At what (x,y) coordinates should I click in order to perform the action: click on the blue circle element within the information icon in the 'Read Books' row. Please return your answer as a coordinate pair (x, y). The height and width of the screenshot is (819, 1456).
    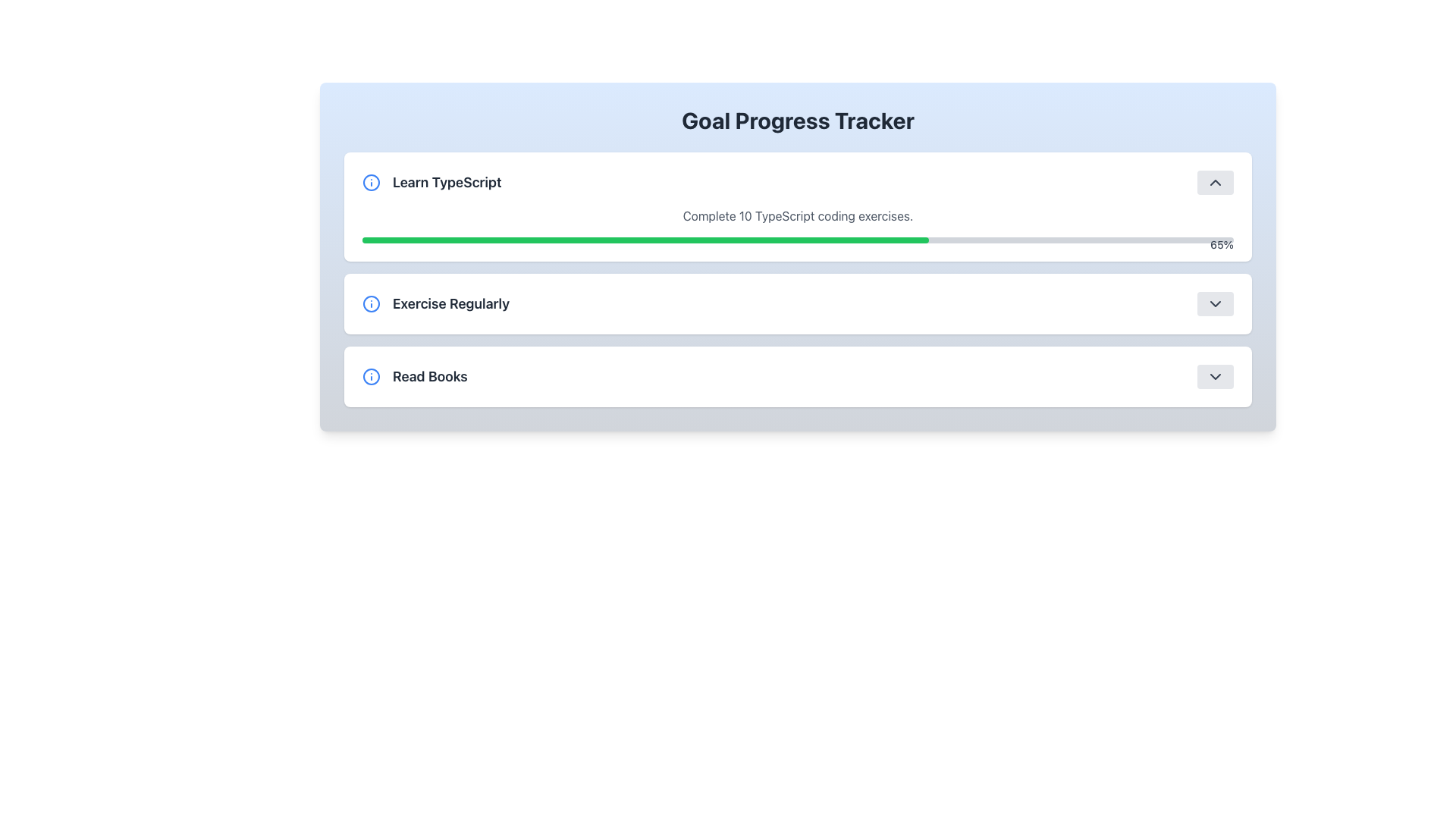
    Looking at the image, I should click on (371, 376).